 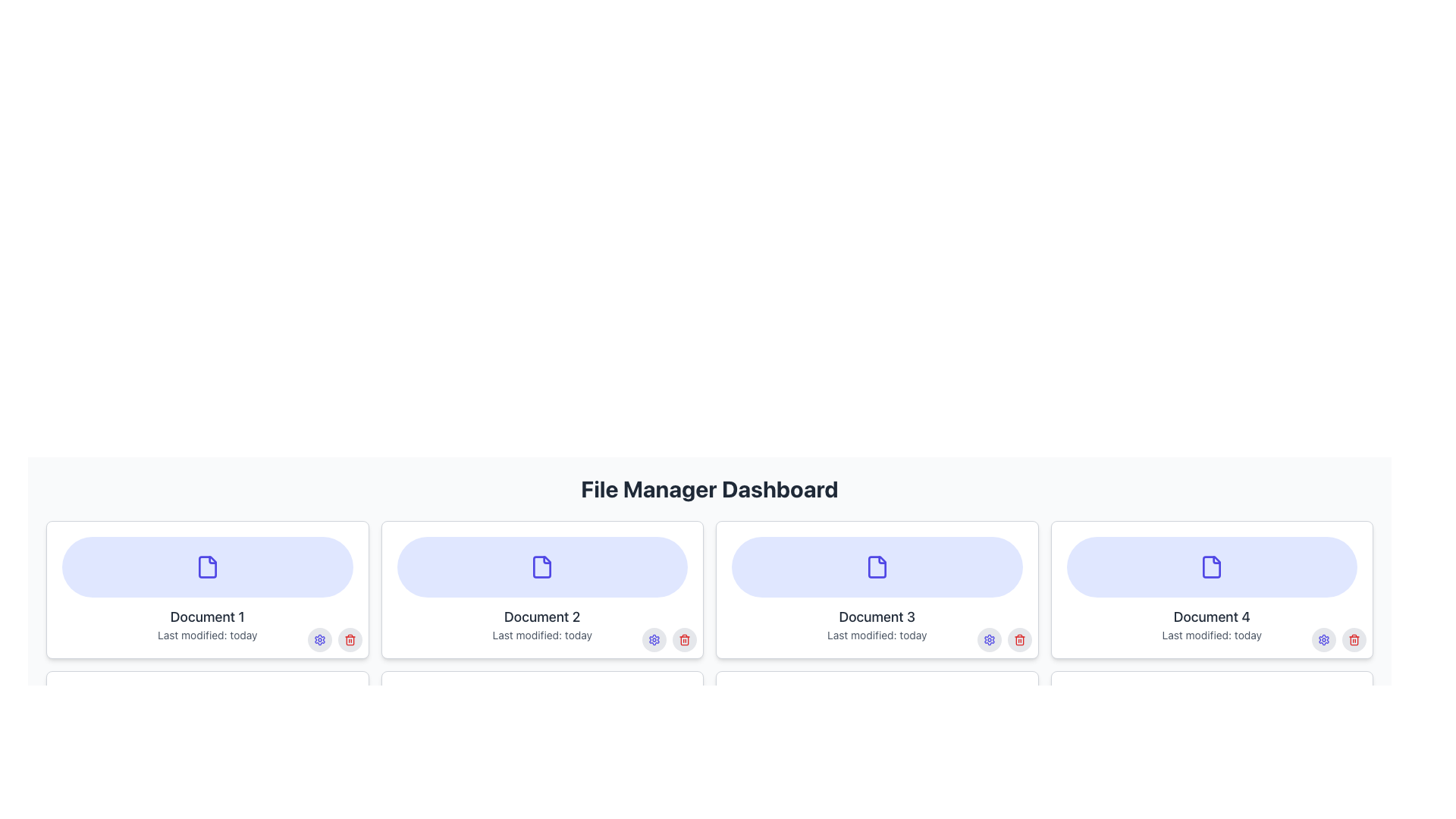 What do you see at coordinates (1323, 640) in the screenshot?
I see `the gear-like icon representing settings, which is located within the control area of 'Document 4'` at bounding box center [1323, 640].